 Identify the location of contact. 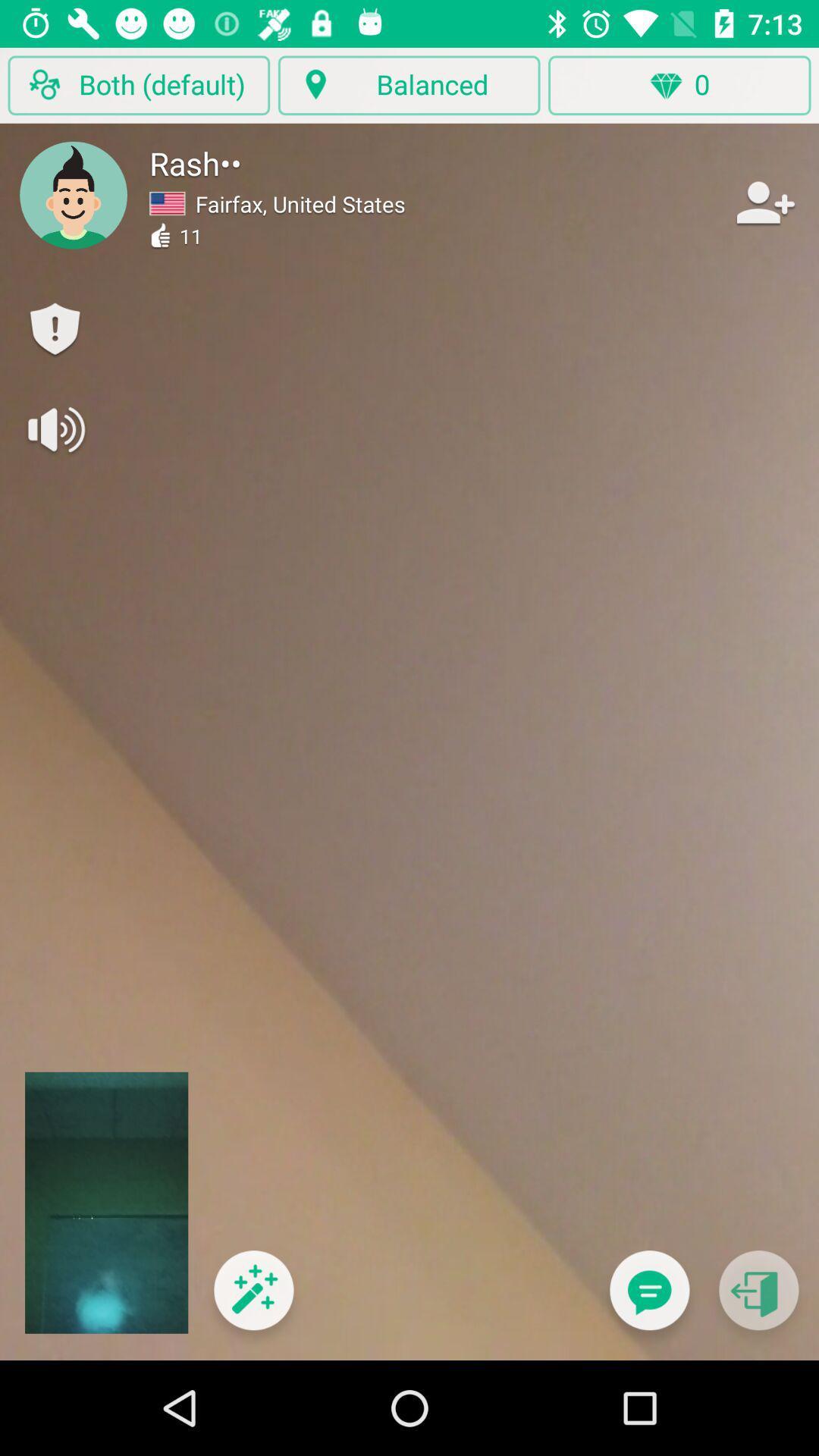
(764, 202).